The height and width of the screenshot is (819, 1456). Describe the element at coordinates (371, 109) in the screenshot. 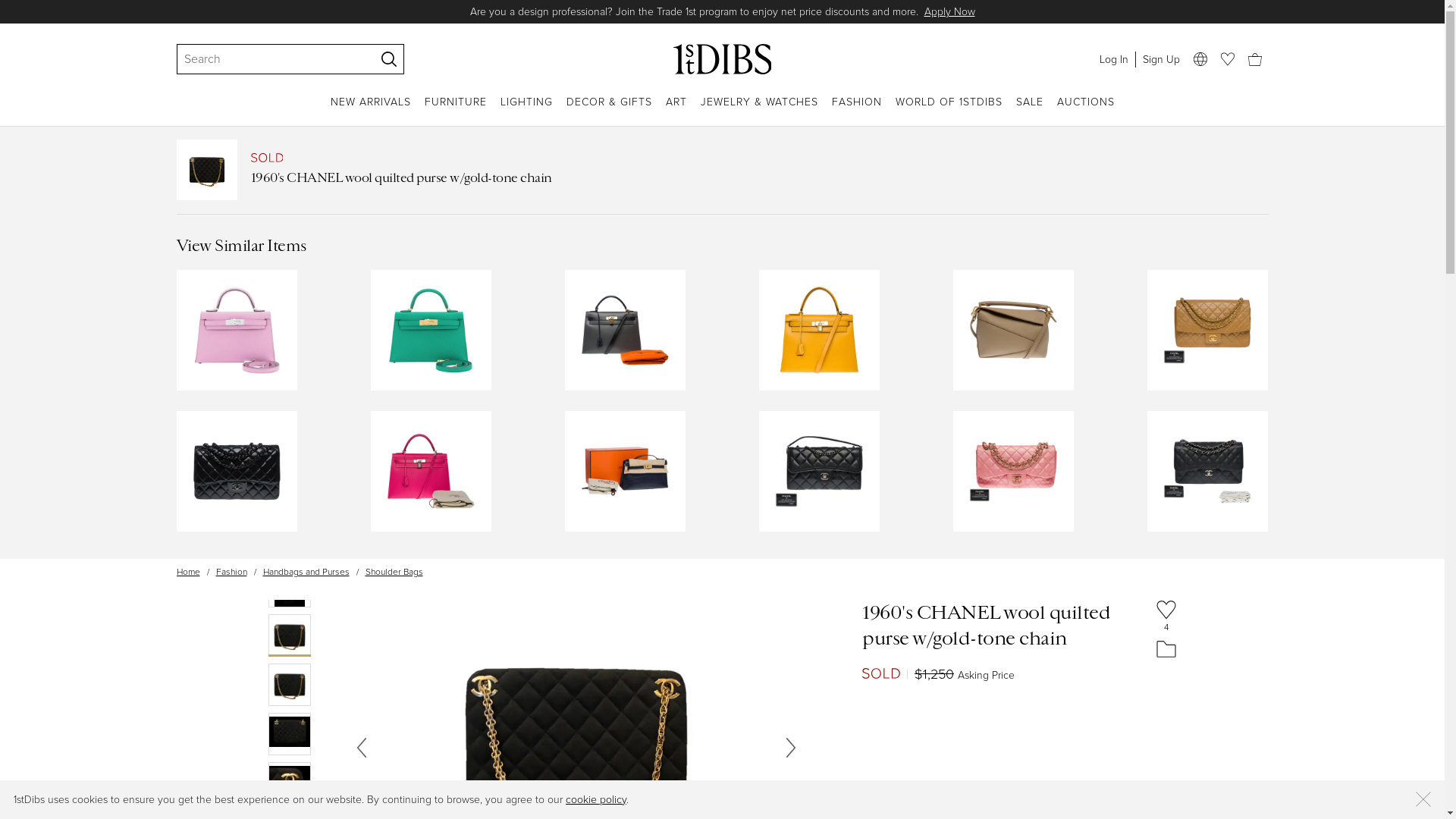

I see `'NEW ARRIVALS'` at that location.